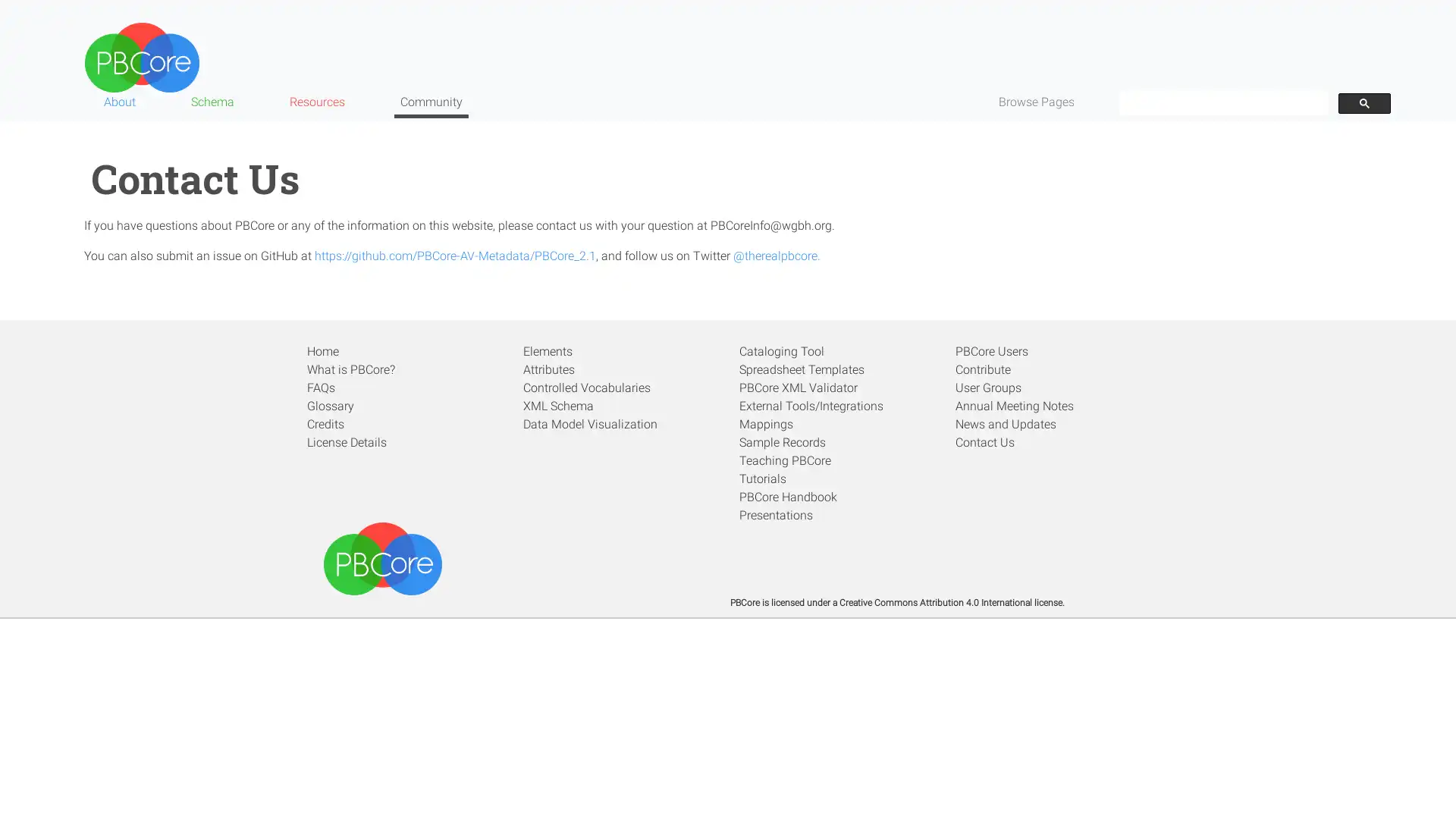 The height and width of the screenshot is (819, 1456). Describe the element at coordinates (1364, 102) in the screenshot. I see `search` at that location.